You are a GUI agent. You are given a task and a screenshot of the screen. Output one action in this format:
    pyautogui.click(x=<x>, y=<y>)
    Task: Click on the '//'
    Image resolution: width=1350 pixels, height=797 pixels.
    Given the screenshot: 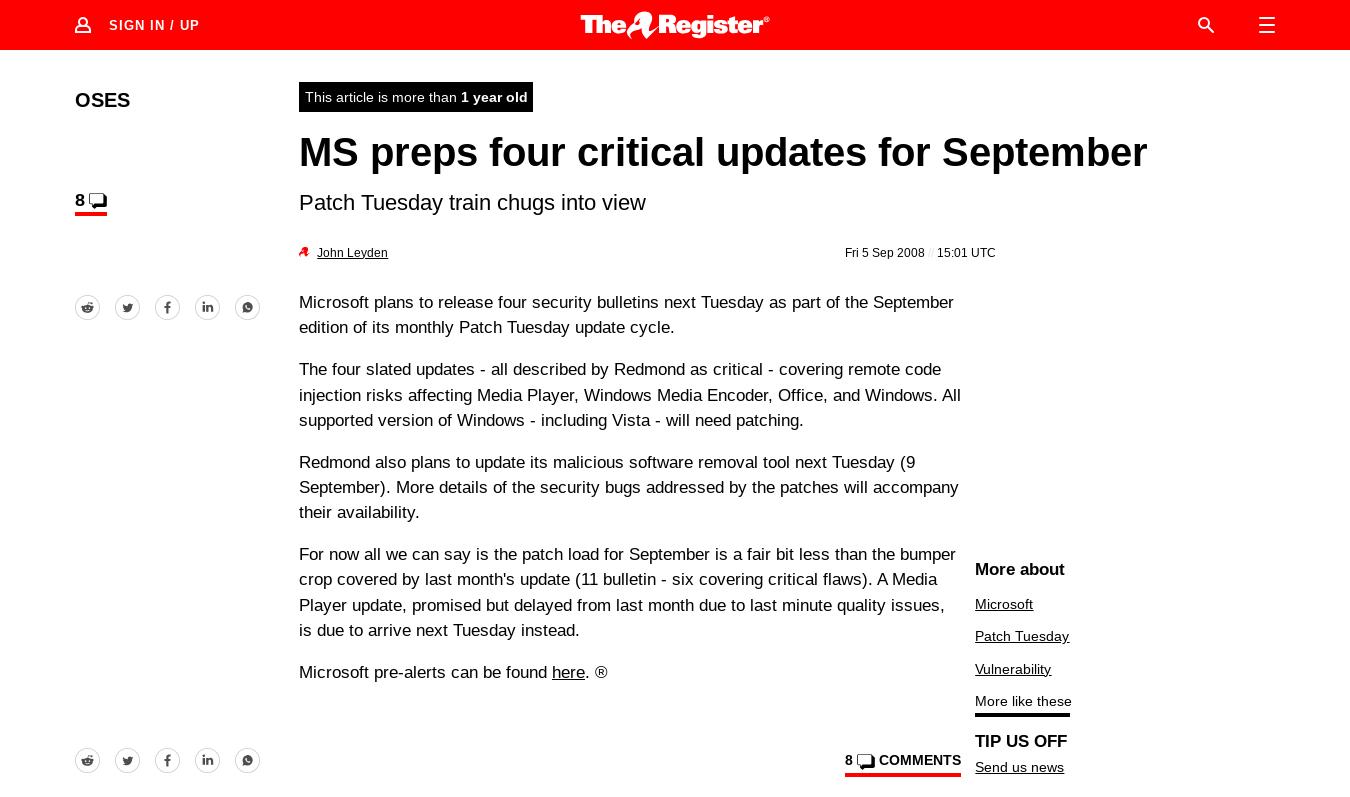 What is the action you would take?
    pyautogui.click(x=930, y=250)
    